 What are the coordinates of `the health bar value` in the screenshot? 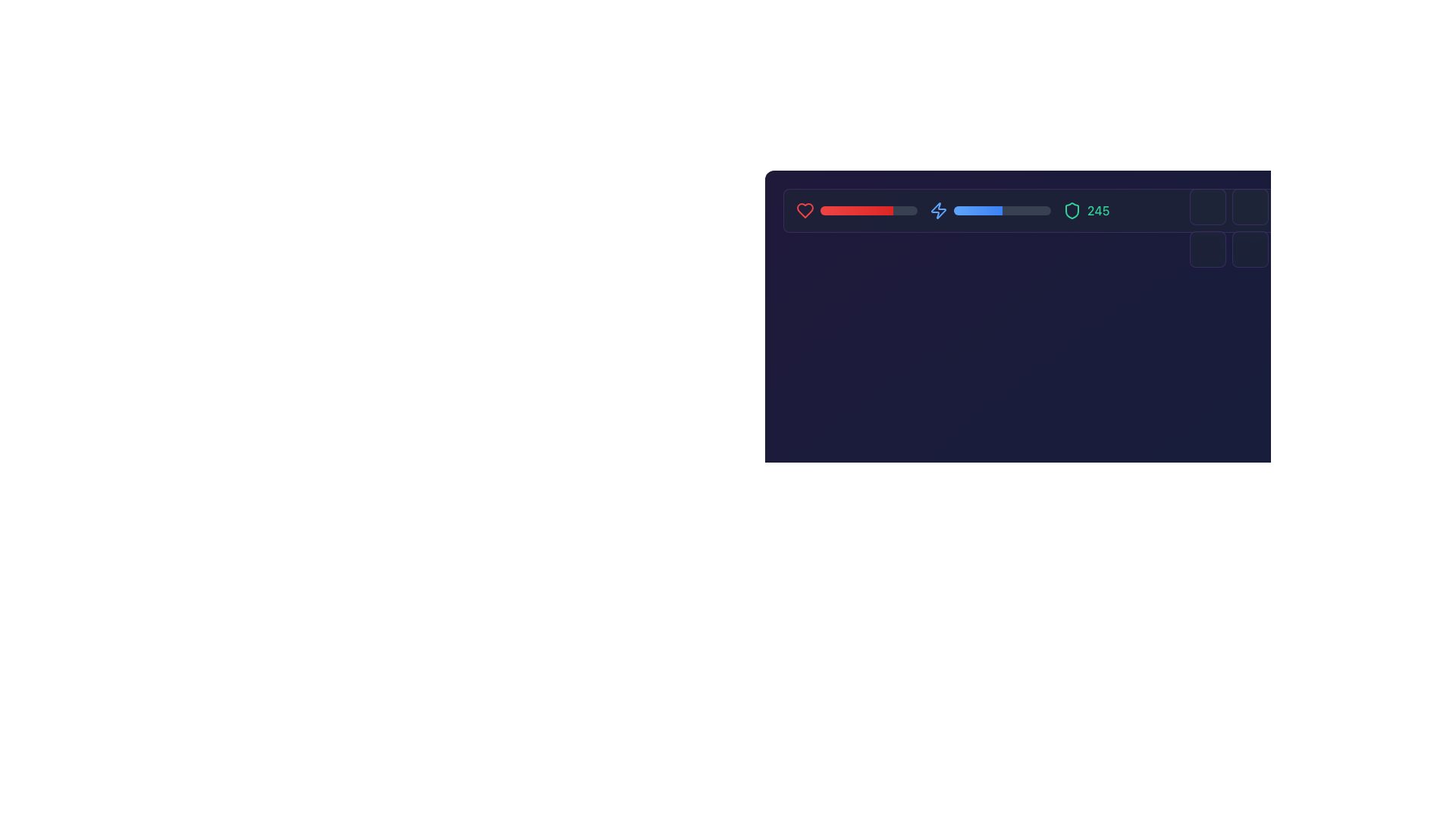 It's located at (836, 210).